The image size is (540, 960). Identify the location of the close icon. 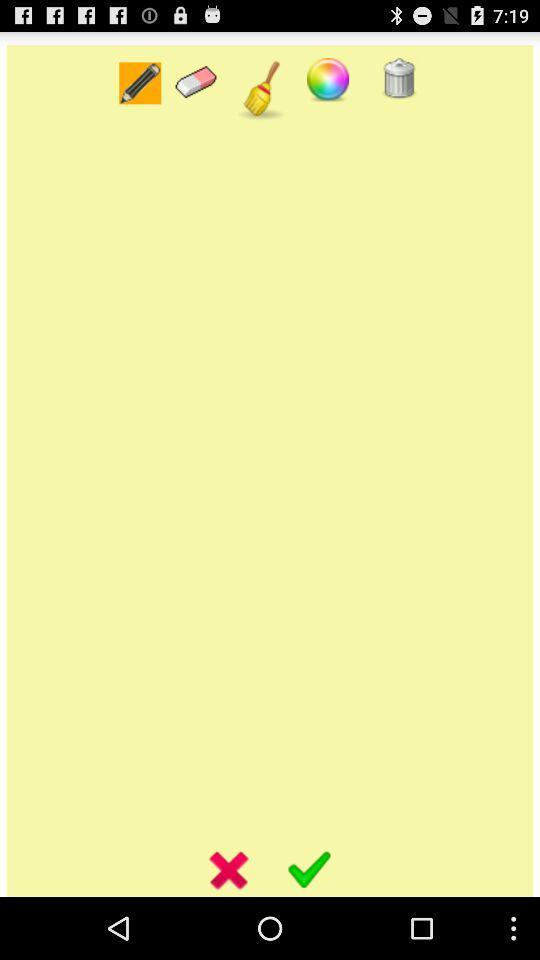
(227, 931).